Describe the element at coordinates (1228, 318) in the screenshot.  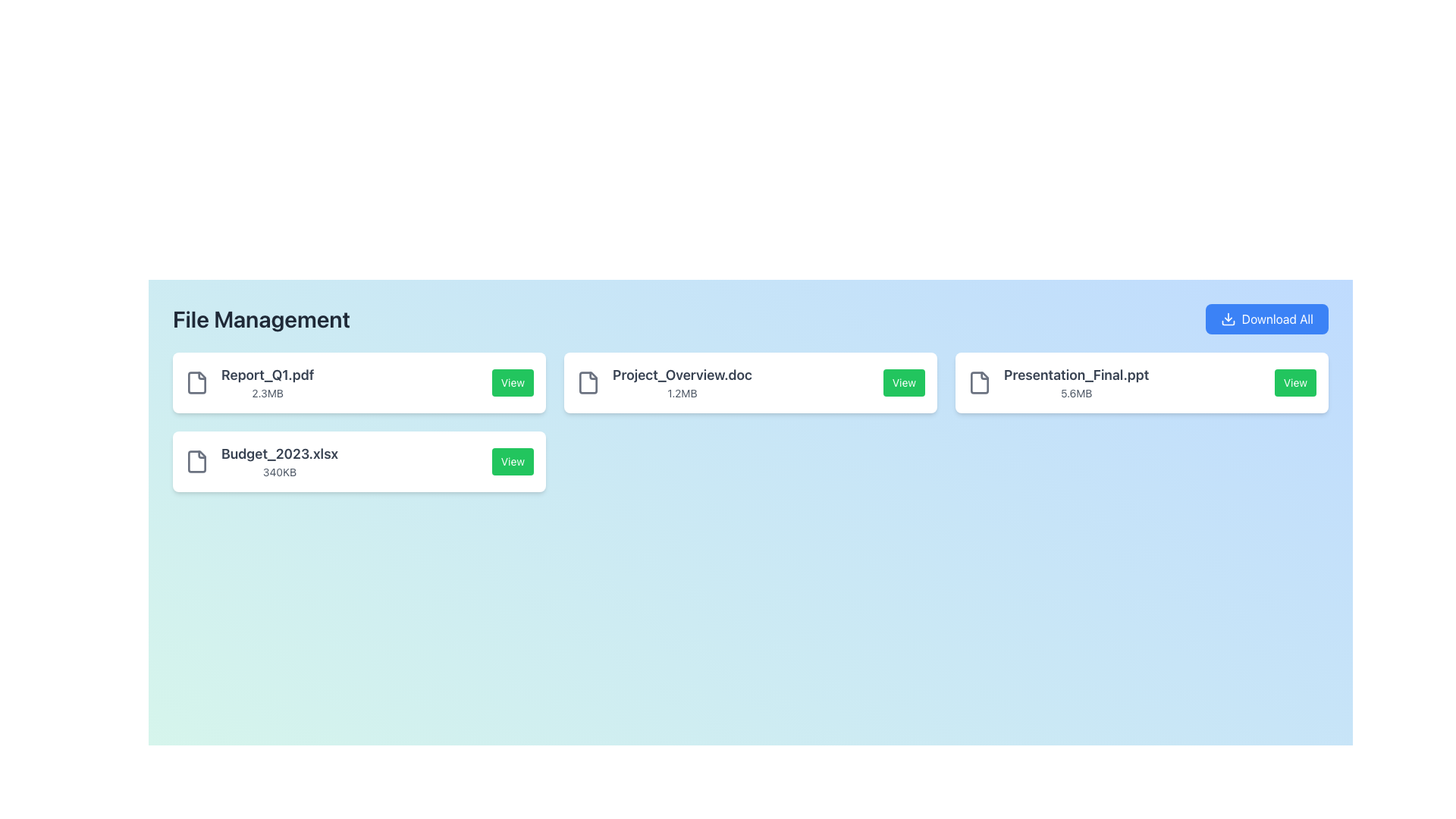
I see `the download icon located at the top-right corner of the 'Download All' button, which features a downward arrow above a horizontal line` at that location.